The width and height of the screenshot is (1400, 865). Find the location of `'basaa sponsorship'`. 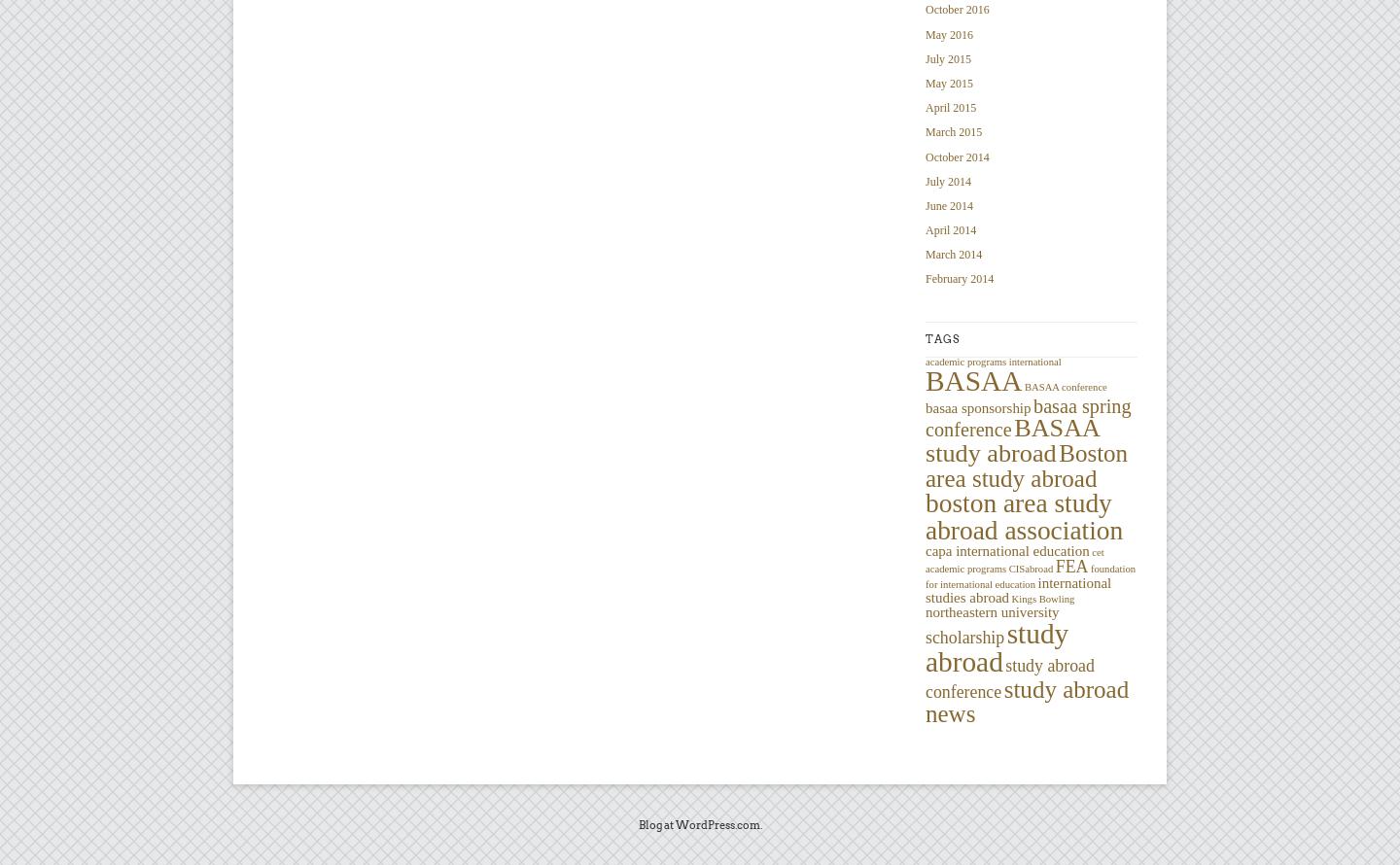

'basaa sponsorship' is located at coordinates (976, 406).